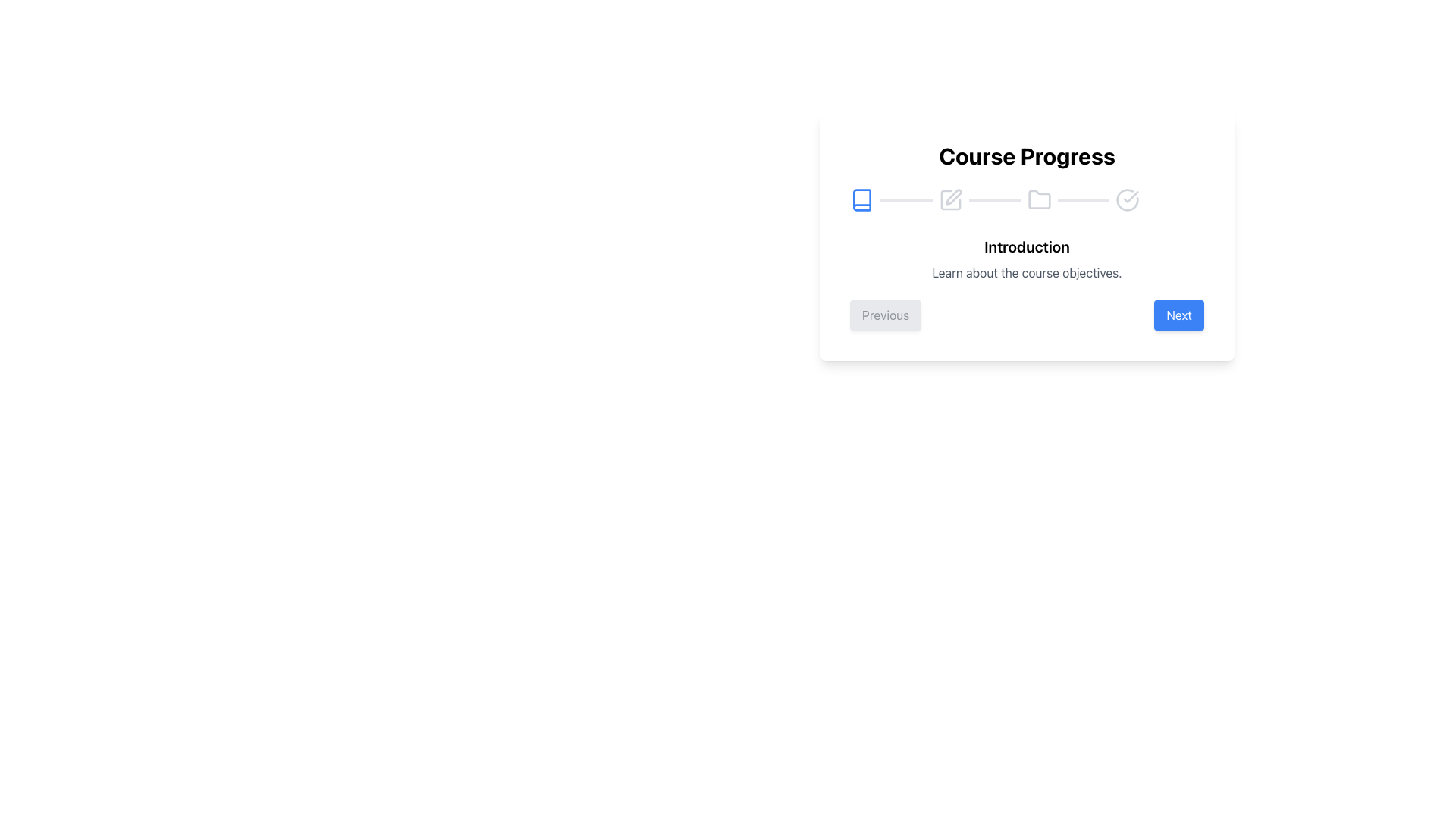  Describe the element at coordinates (1038, 199) in the screenshot. I see `the third icon from the left in the progress tracker` at that location.